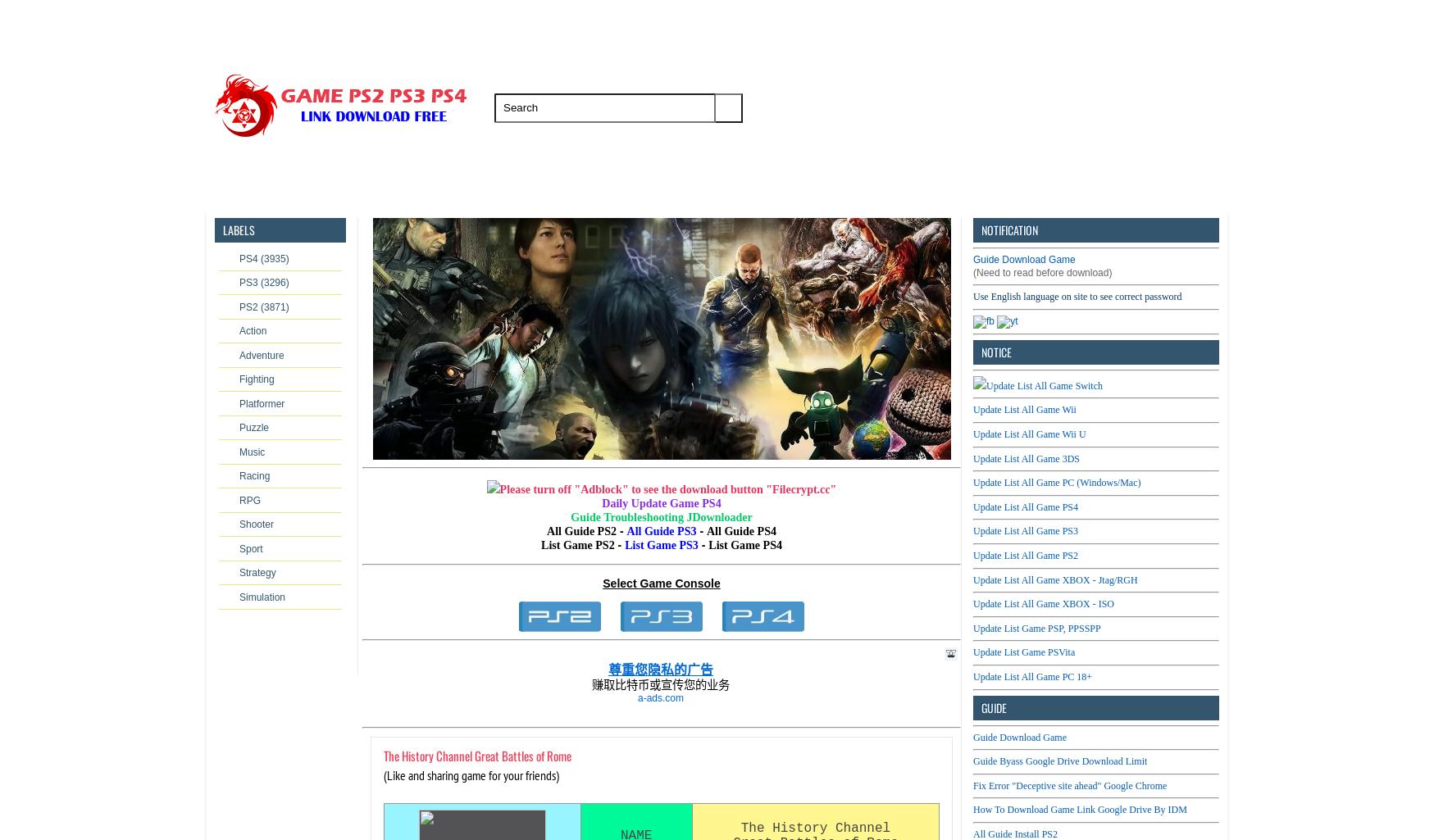 This screenshot has width=1434, height=840. I want to click on 'Action', so click(252, 330).